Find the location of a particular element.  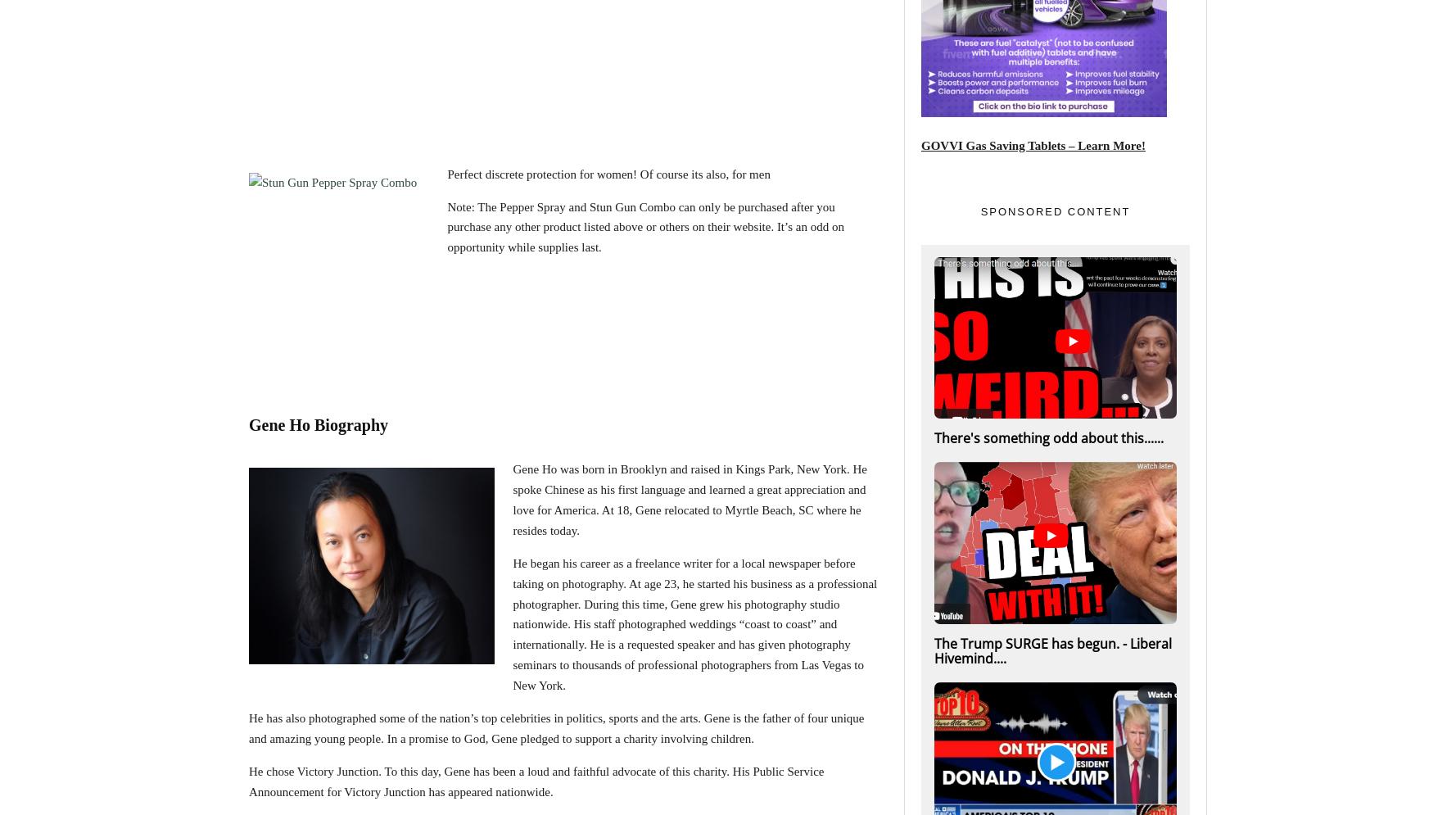

'Sponsored Content' is located at coordinates (1055, 211).